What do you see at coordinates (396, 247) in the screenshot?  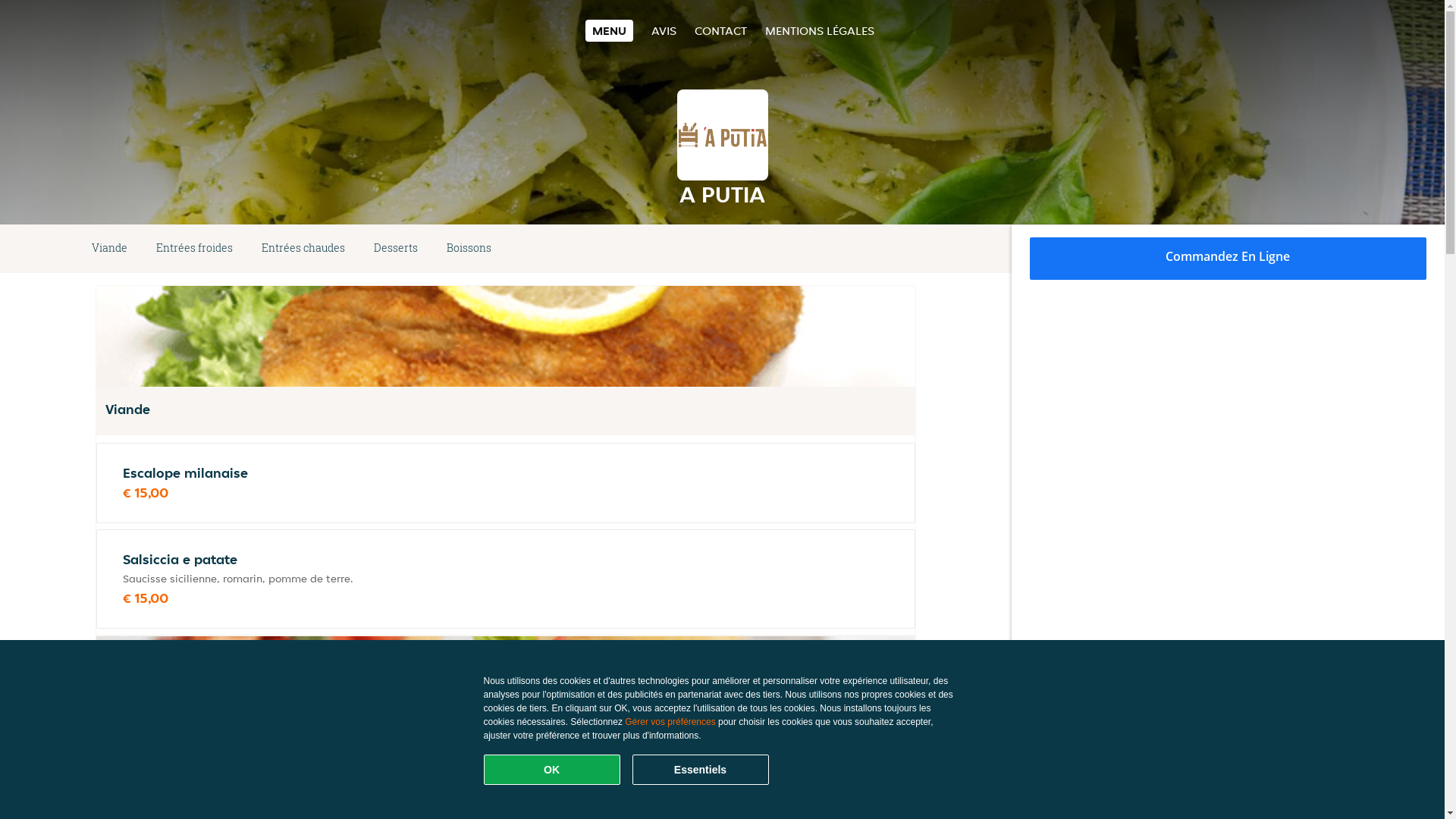 I see `'Desserts'` at bounding box center [396, 247].